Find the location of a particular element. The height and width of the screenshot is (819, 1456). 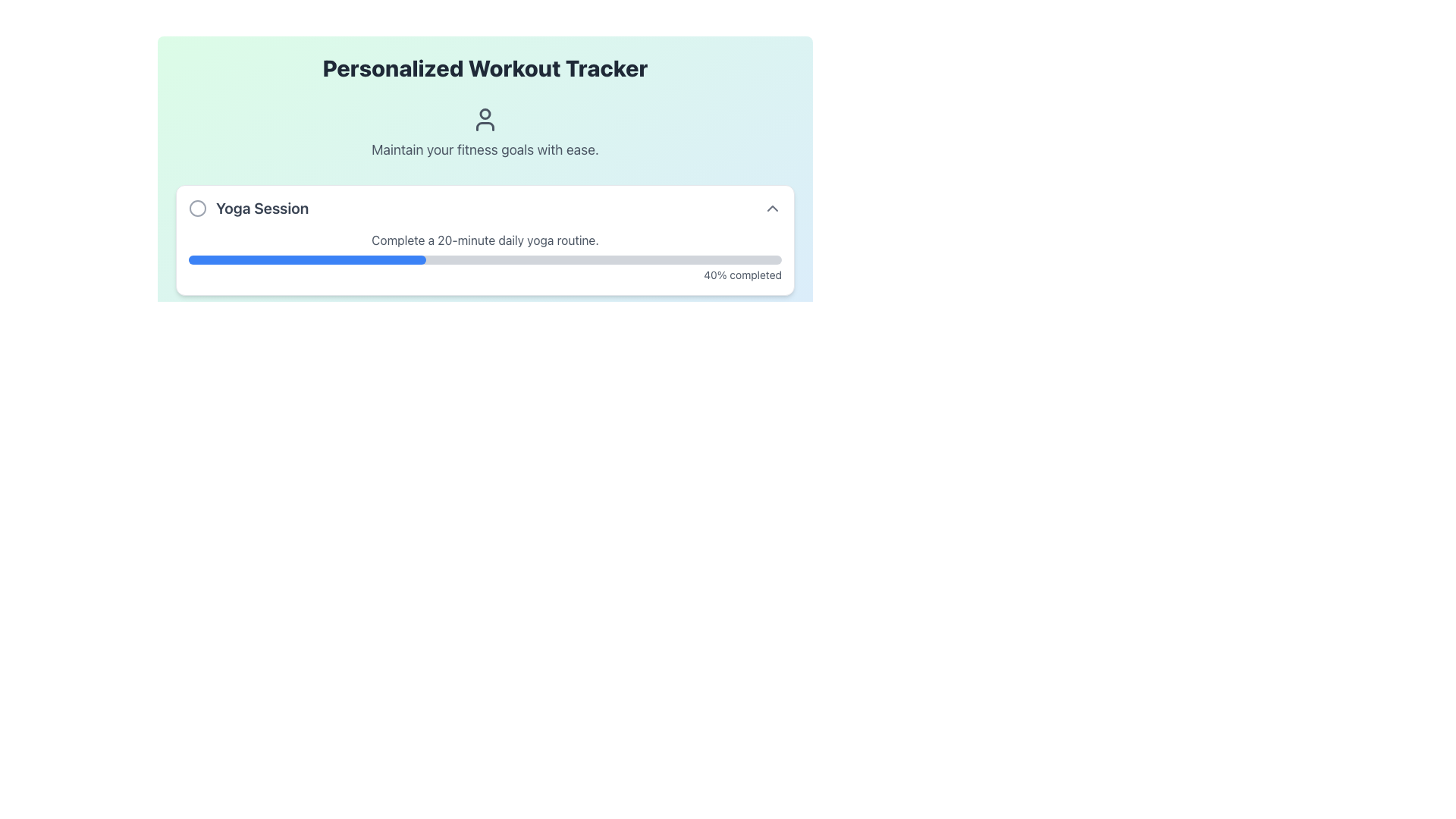

the progress indicator displaying the completion of a 20-minute daily yoga routine, which shows '40% completed' beneath the horizontal progress bar is located at coordinates (484, 256).